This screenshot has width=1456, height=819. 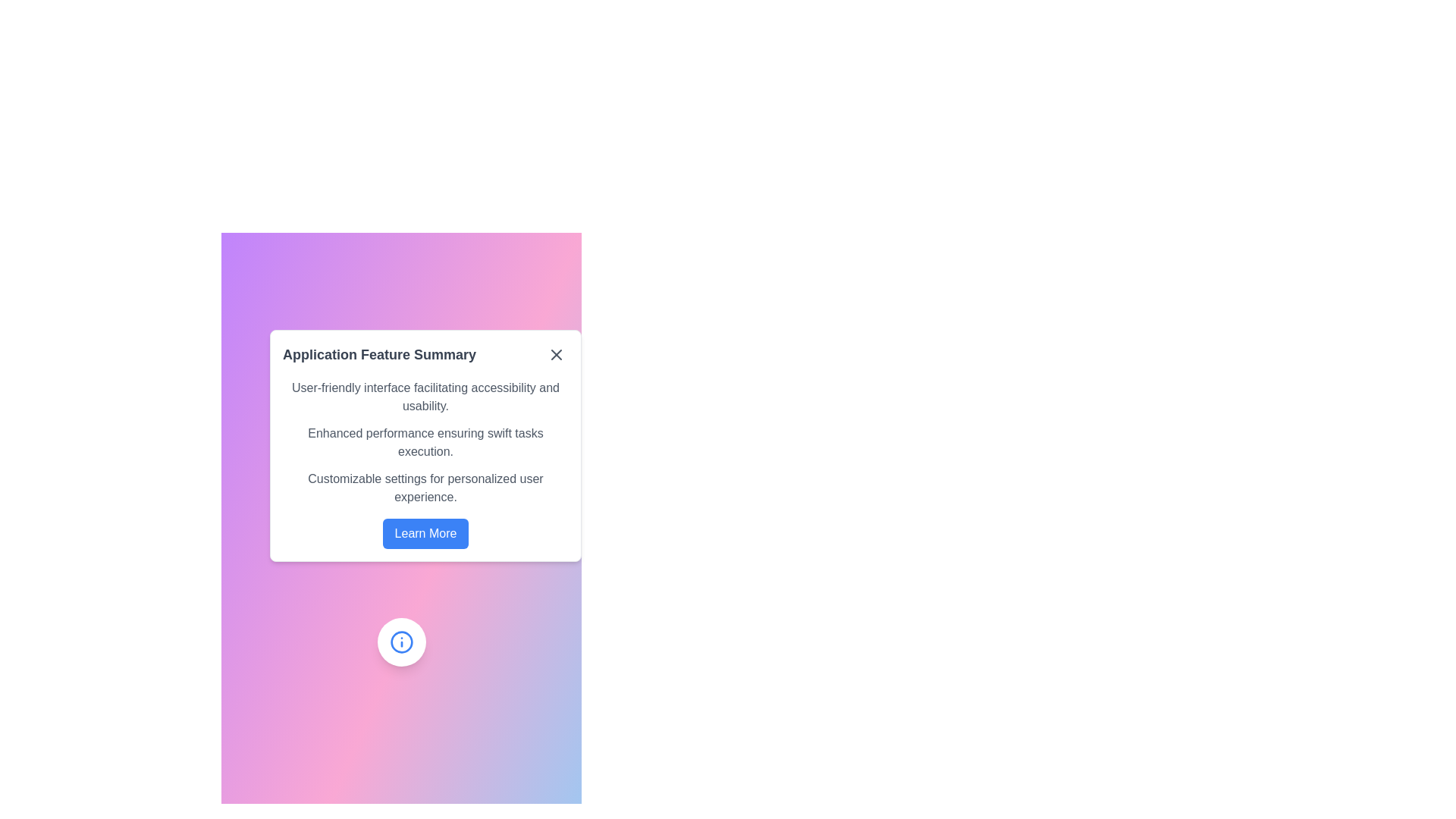 I want to click on displayed text 'User-friendly interface facilitating accessibility and usability.' from the first item in the vertical list under the section labeled 'Application Feature Summary', so click(x=425, y=397).